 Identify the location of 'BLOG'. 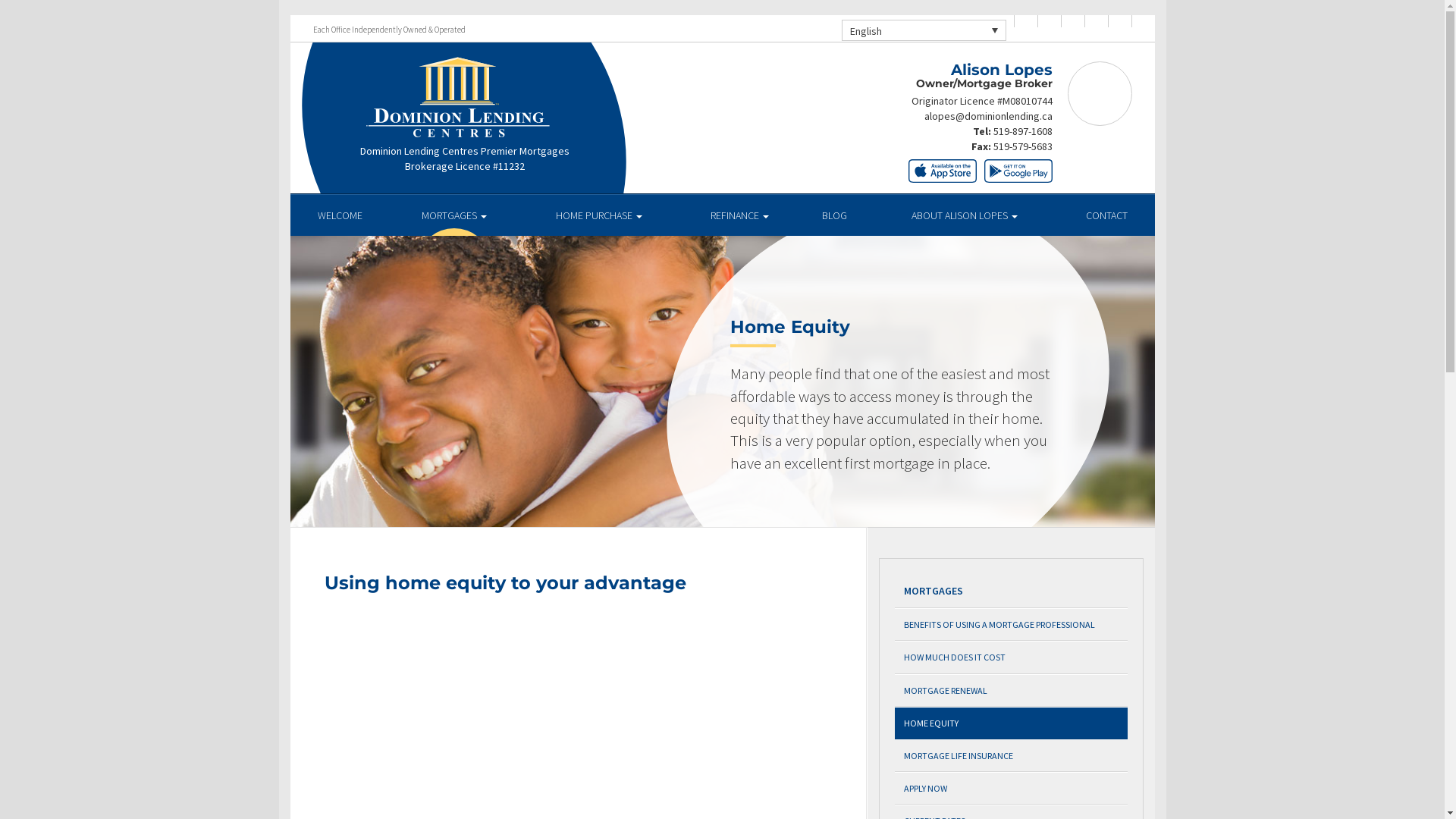
(833, 215).